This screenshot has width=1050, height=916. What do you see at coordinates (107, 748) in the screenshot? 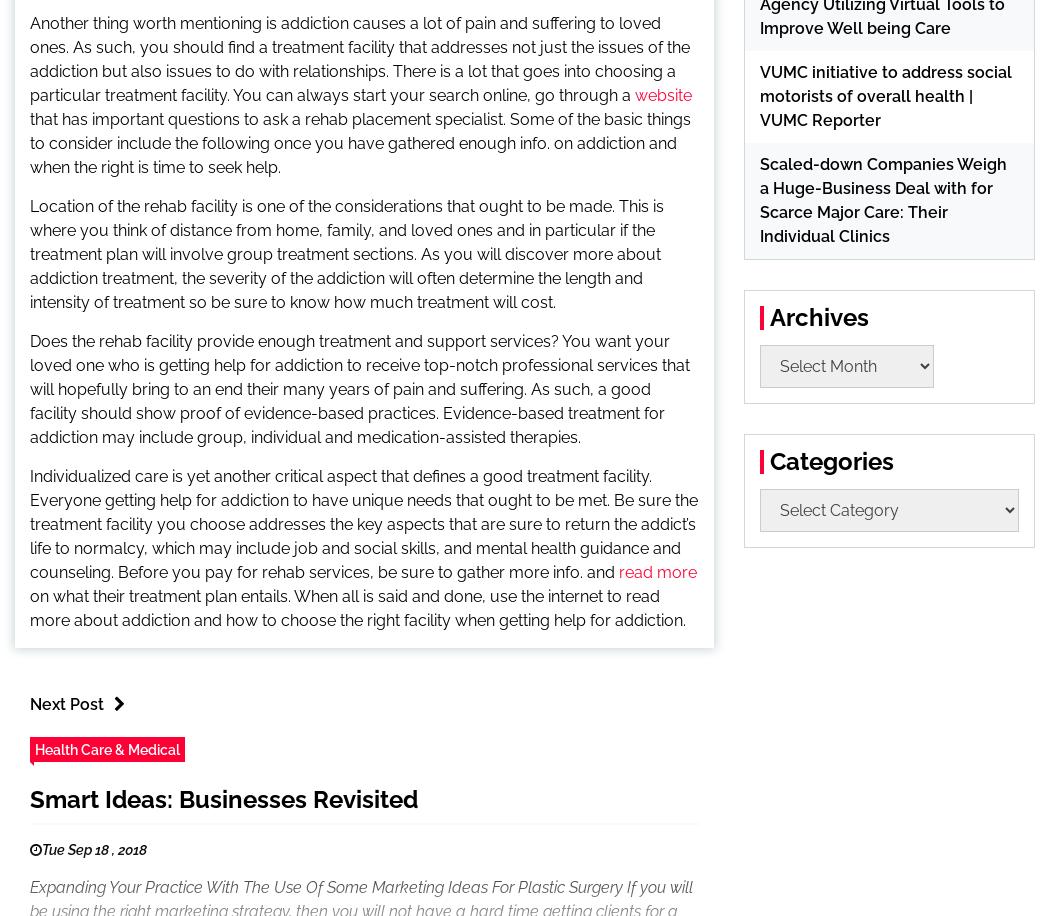
I see `'Health Care & Medical'` at bounding box center [107, 748].